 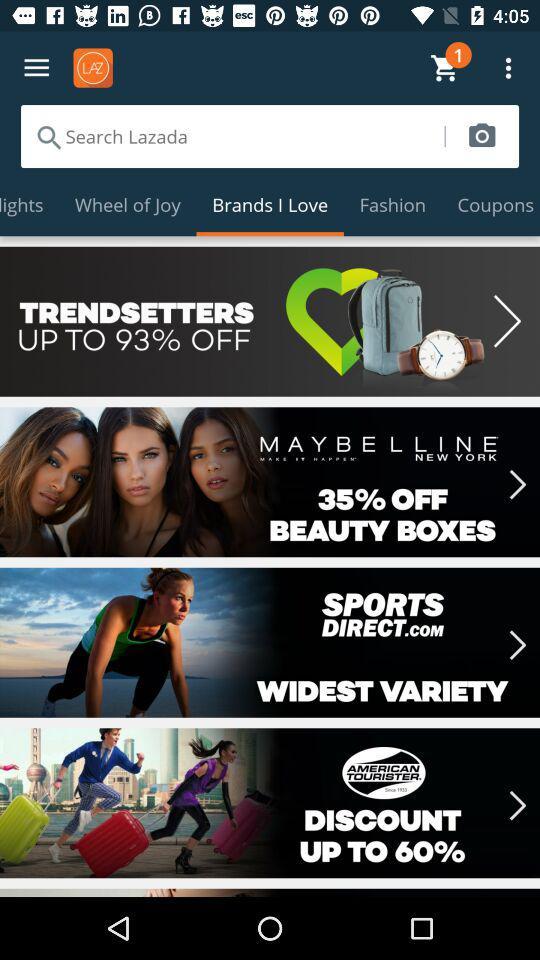 What do you see at coordinates (36, 68) in the screenshot?
I see `menu option` at bounding box center [36, 68].